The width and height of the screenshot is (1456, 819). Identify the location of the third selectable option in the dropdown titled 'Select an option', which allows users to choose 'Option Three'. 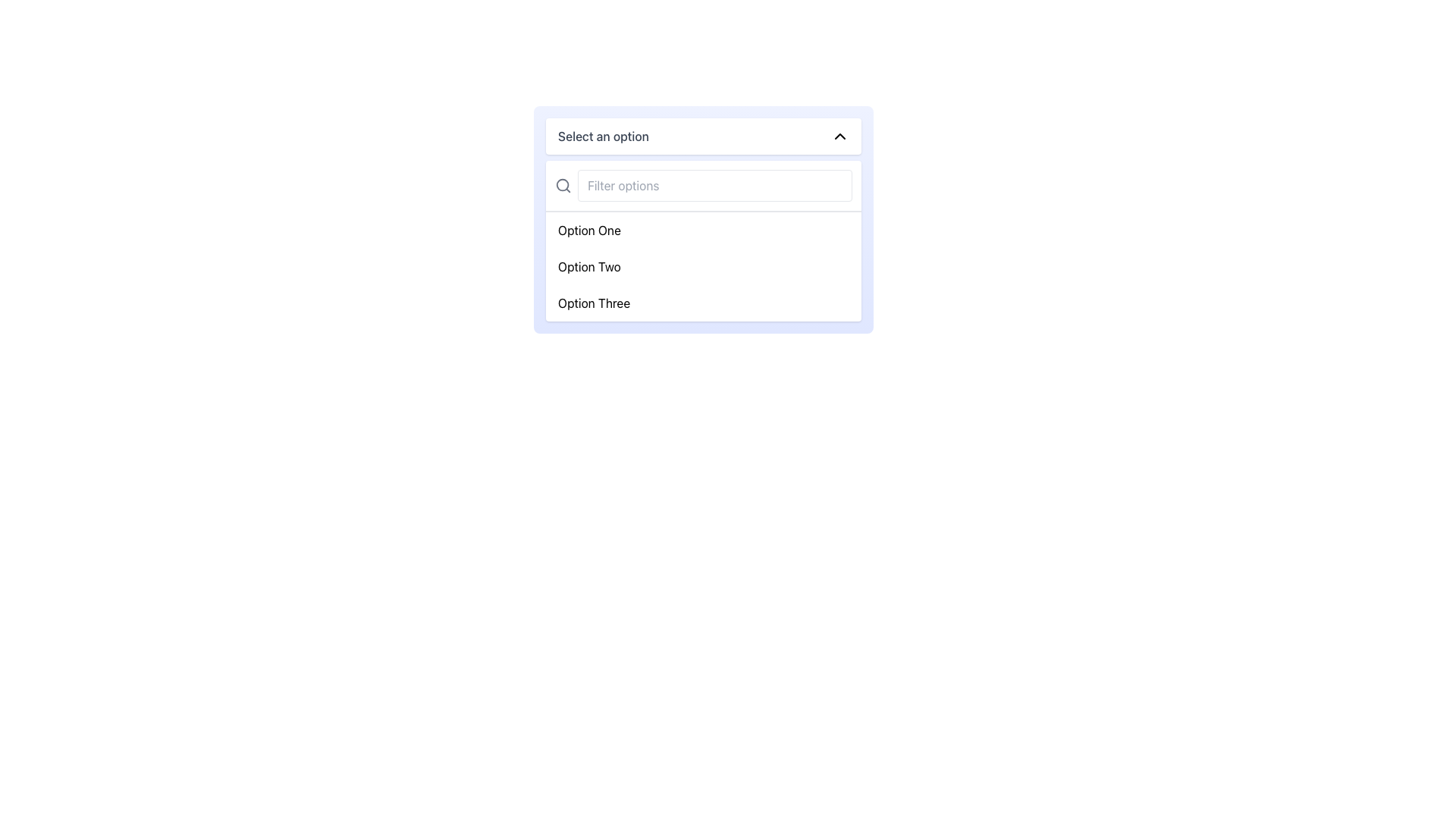
(702, 303).